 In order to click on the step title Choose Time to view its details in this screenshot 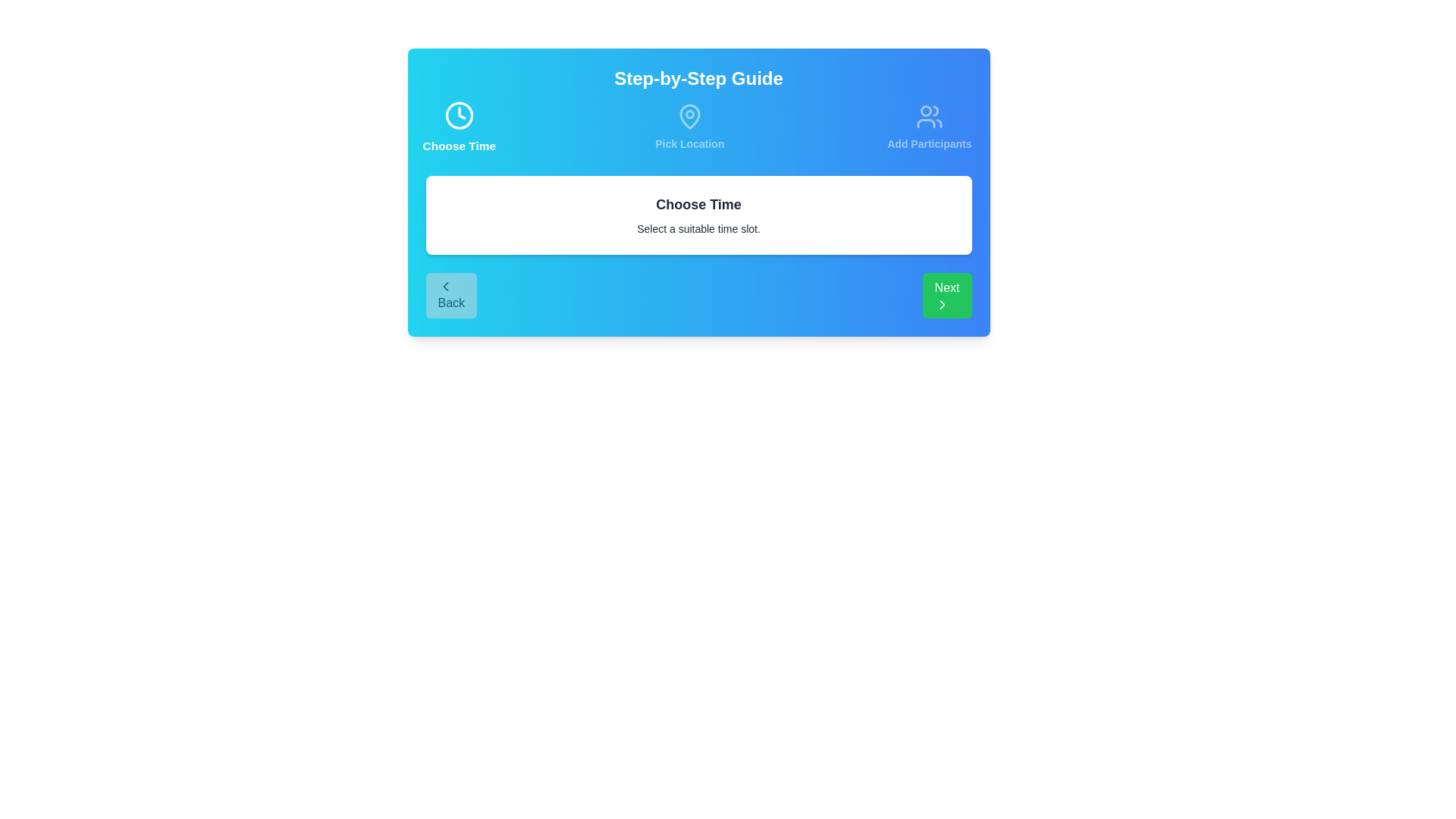, I will do `click(458, 127)`.